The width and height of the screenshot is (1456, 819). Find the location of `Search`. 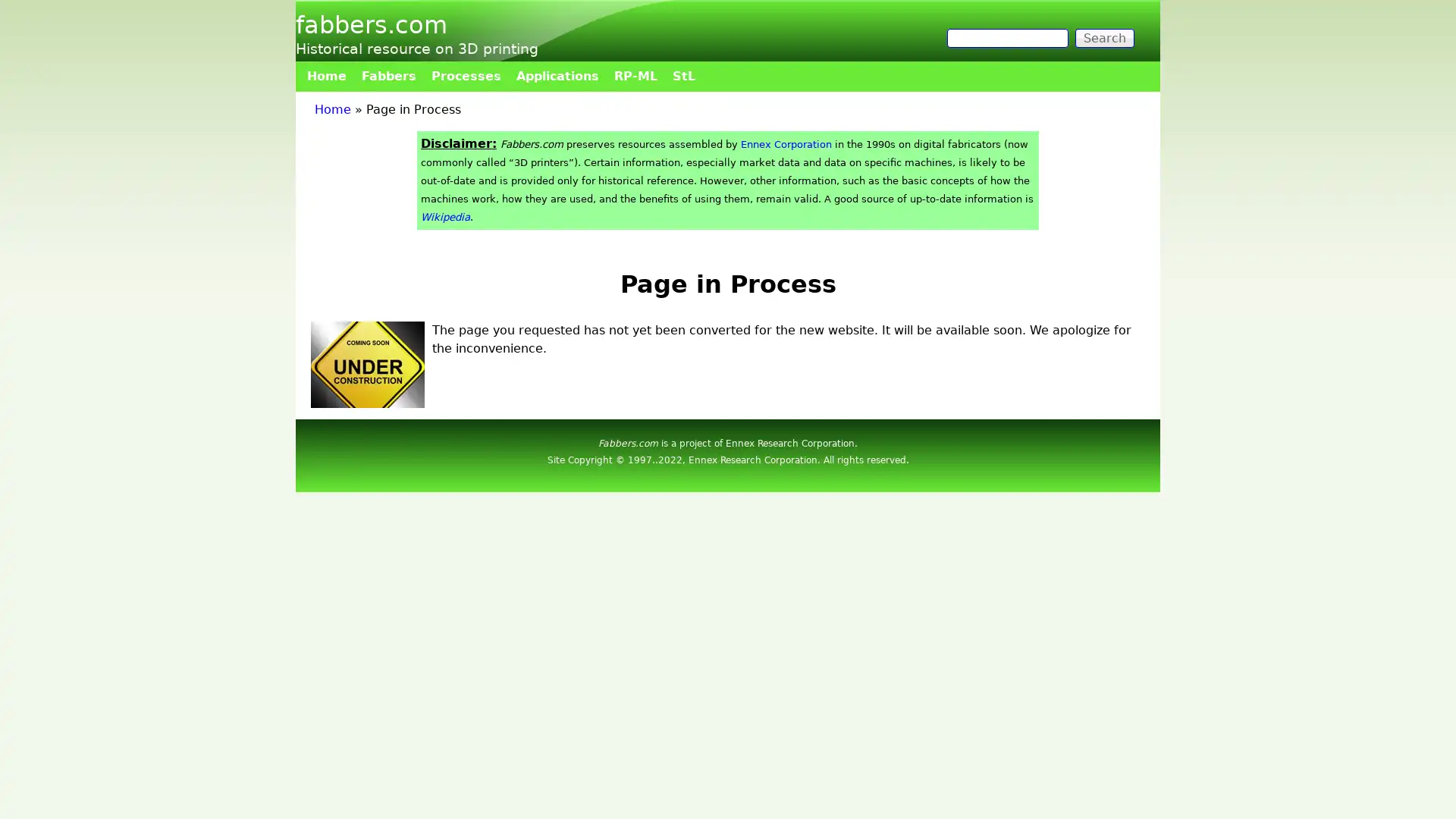

Search is located at coordinates (1105, 37).